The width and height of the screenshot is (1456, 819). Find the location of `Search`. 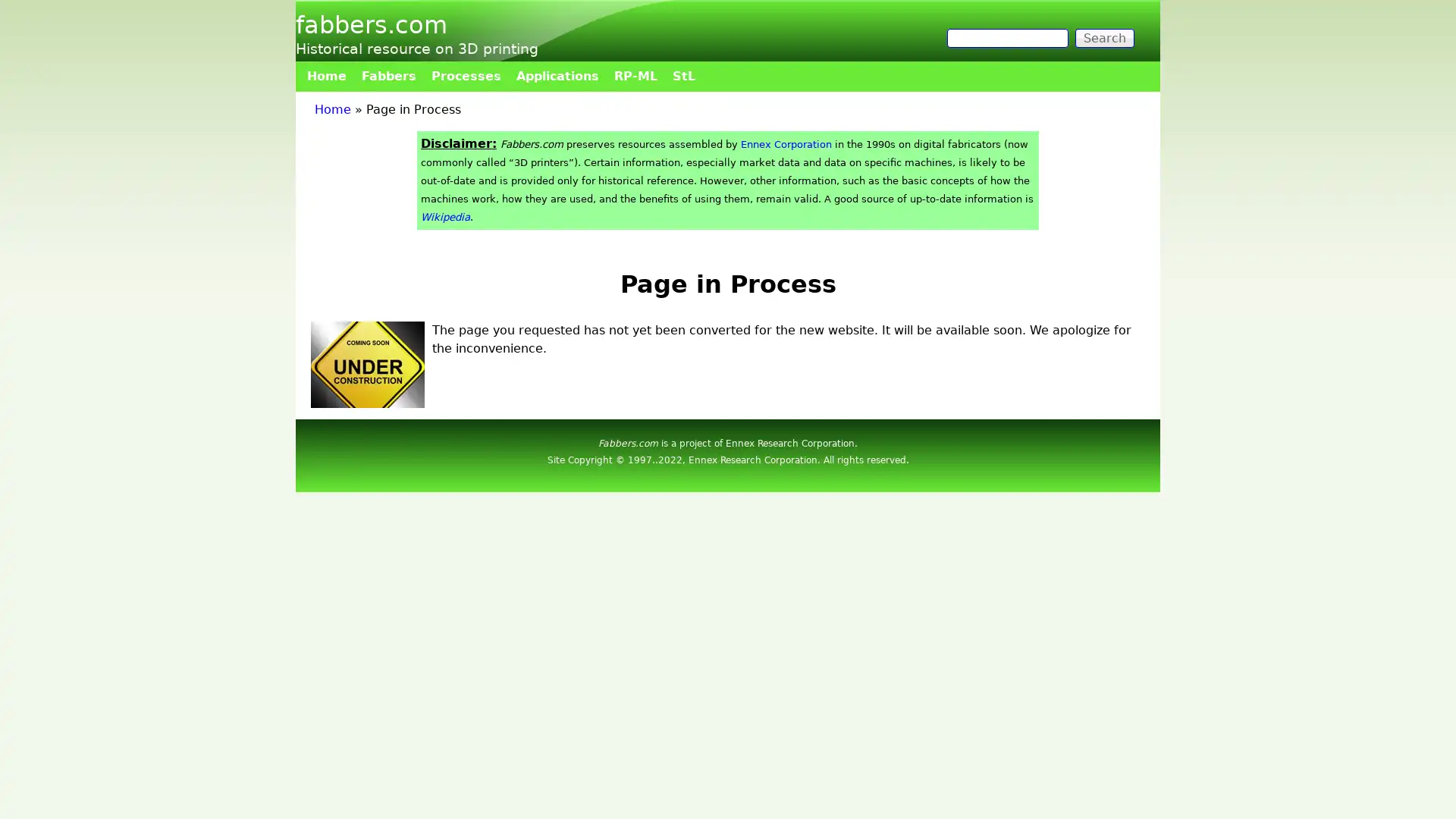

Search is located at coordinates (1105, 37).